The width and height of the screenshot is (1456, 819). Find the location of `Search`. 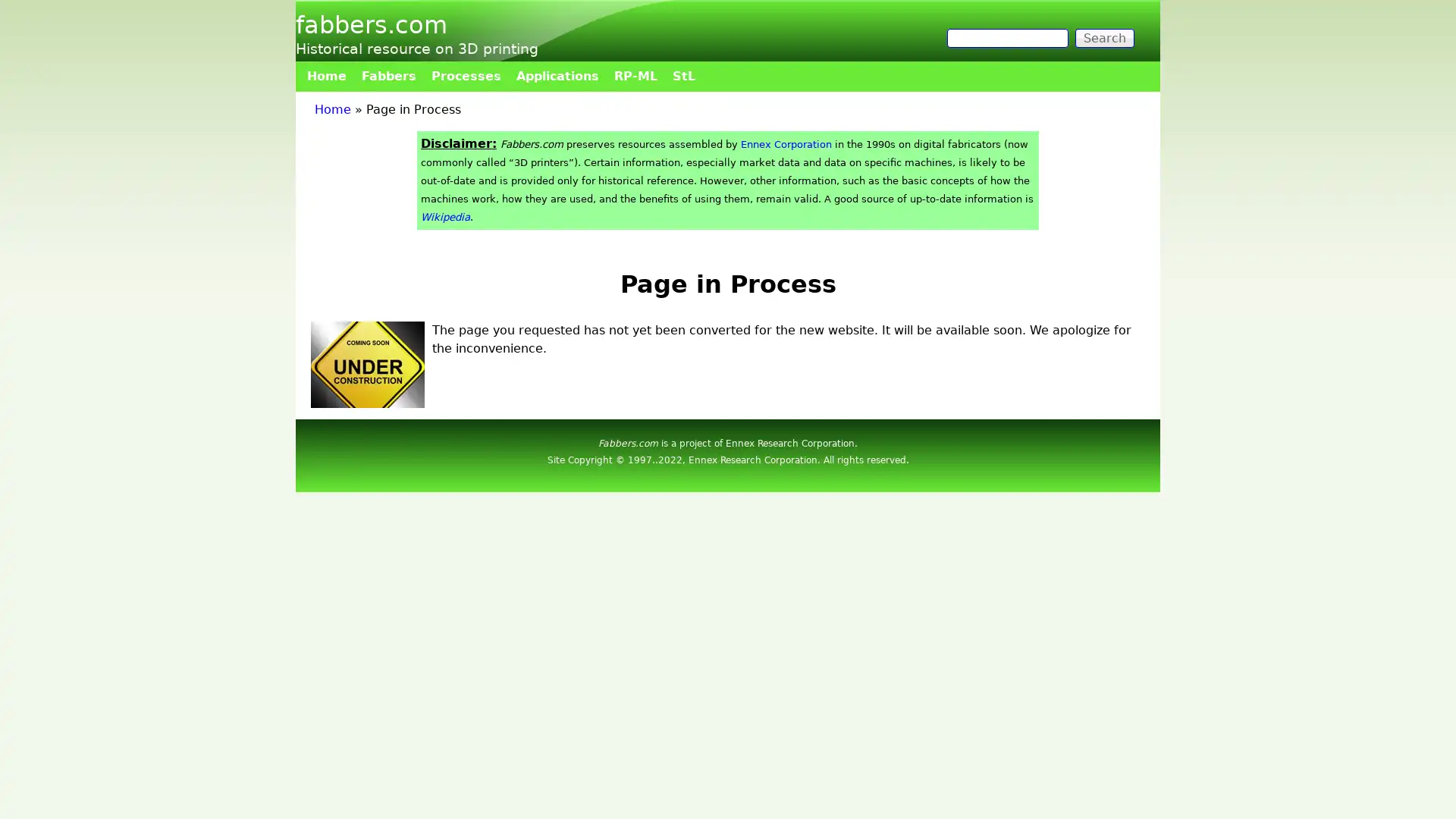

Search is located at coordinates (1105, 37).